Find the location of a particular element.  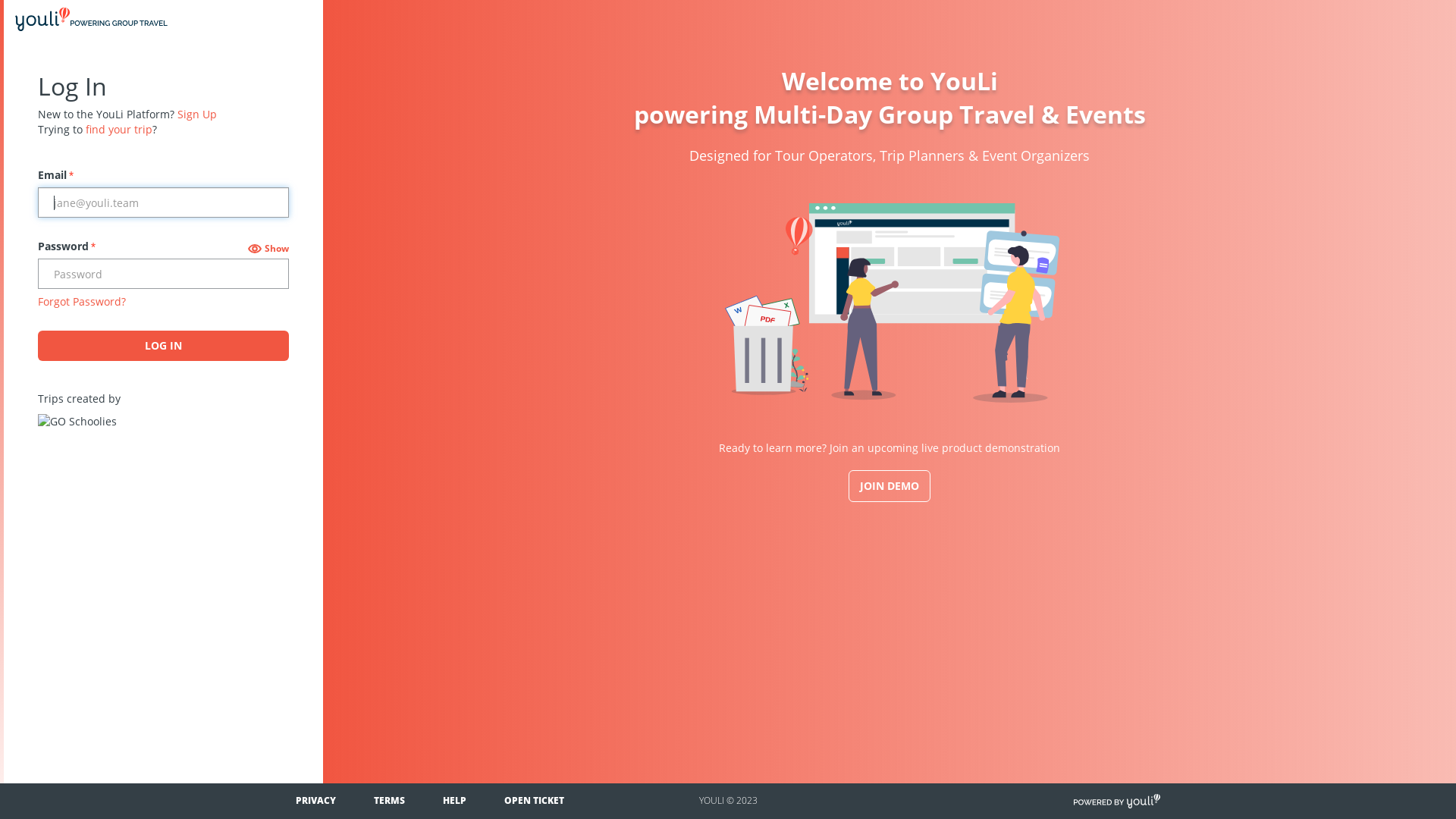

'HELP' is located at coordinates (453, 799).